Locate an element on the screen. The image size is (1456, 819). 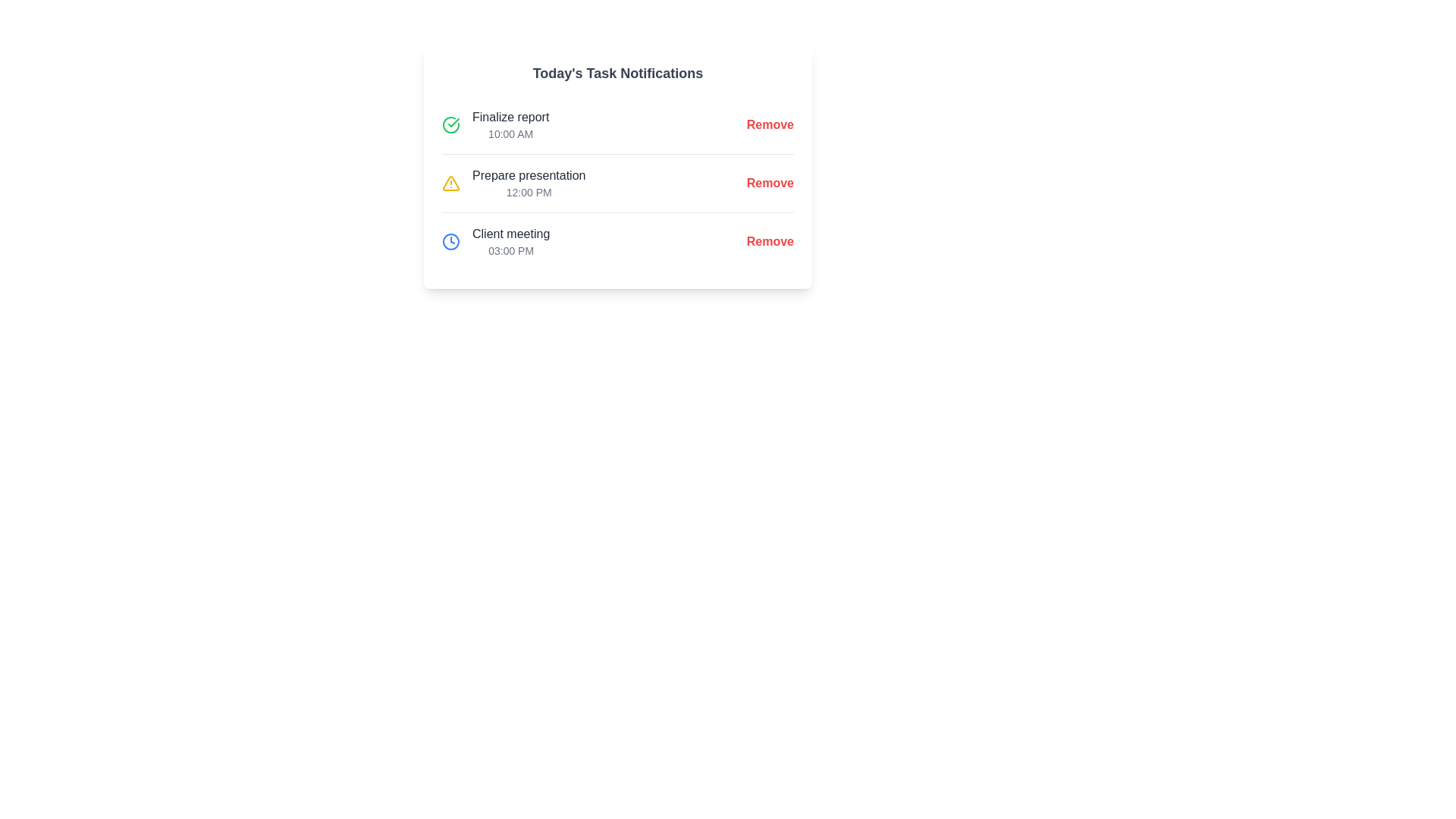
the 'Remove' button styled in bold red font, located at the far-right side next to 'Finalize report' and '10:00 AM' is located at coordinates (770, 124).